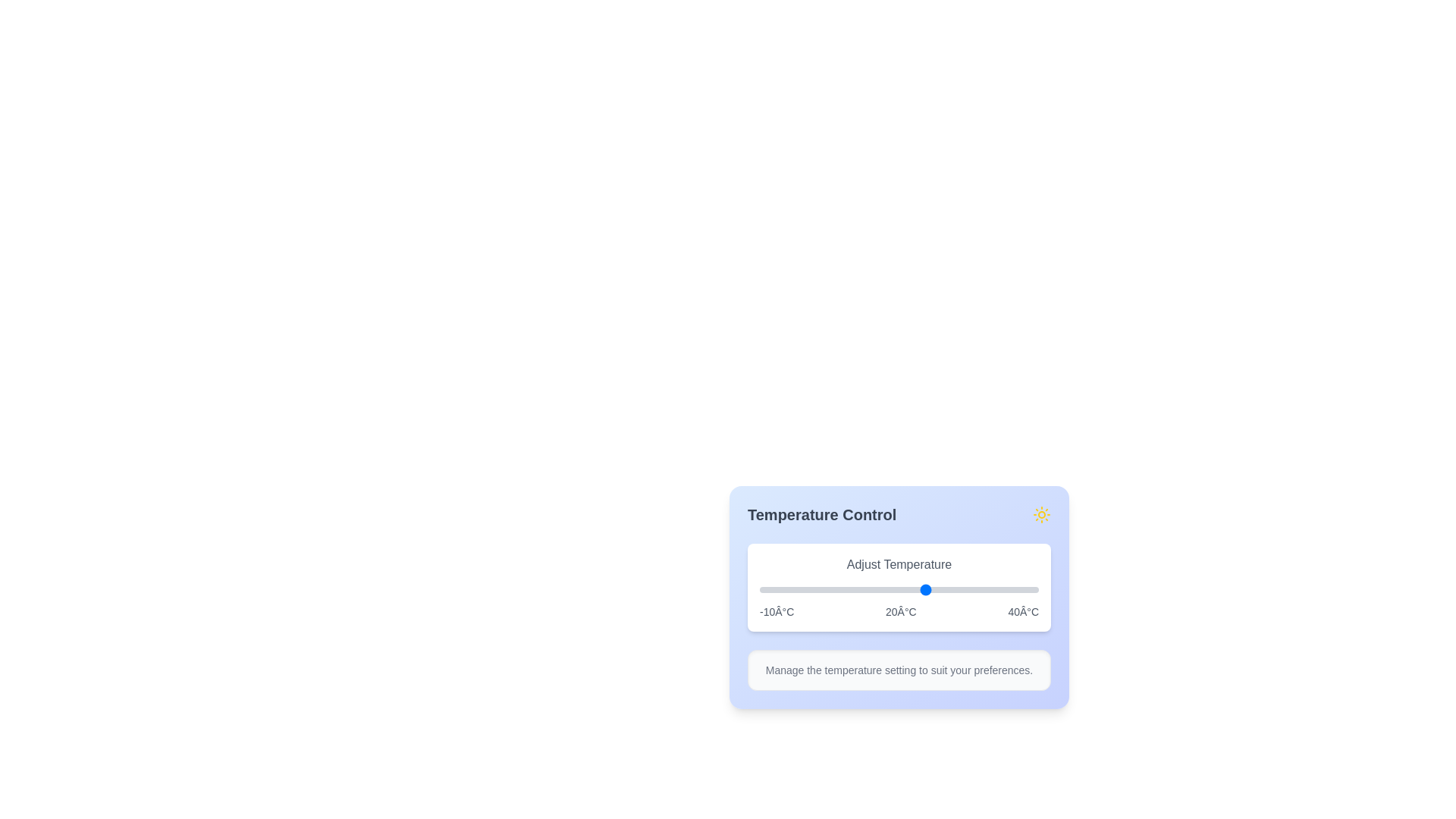 The height and width of the screenshot is (819, 1456). What do you see at coordinates (899, 669) in the screenshot?
I see `the informational text element to read its content` at bounding box center [899, 669].